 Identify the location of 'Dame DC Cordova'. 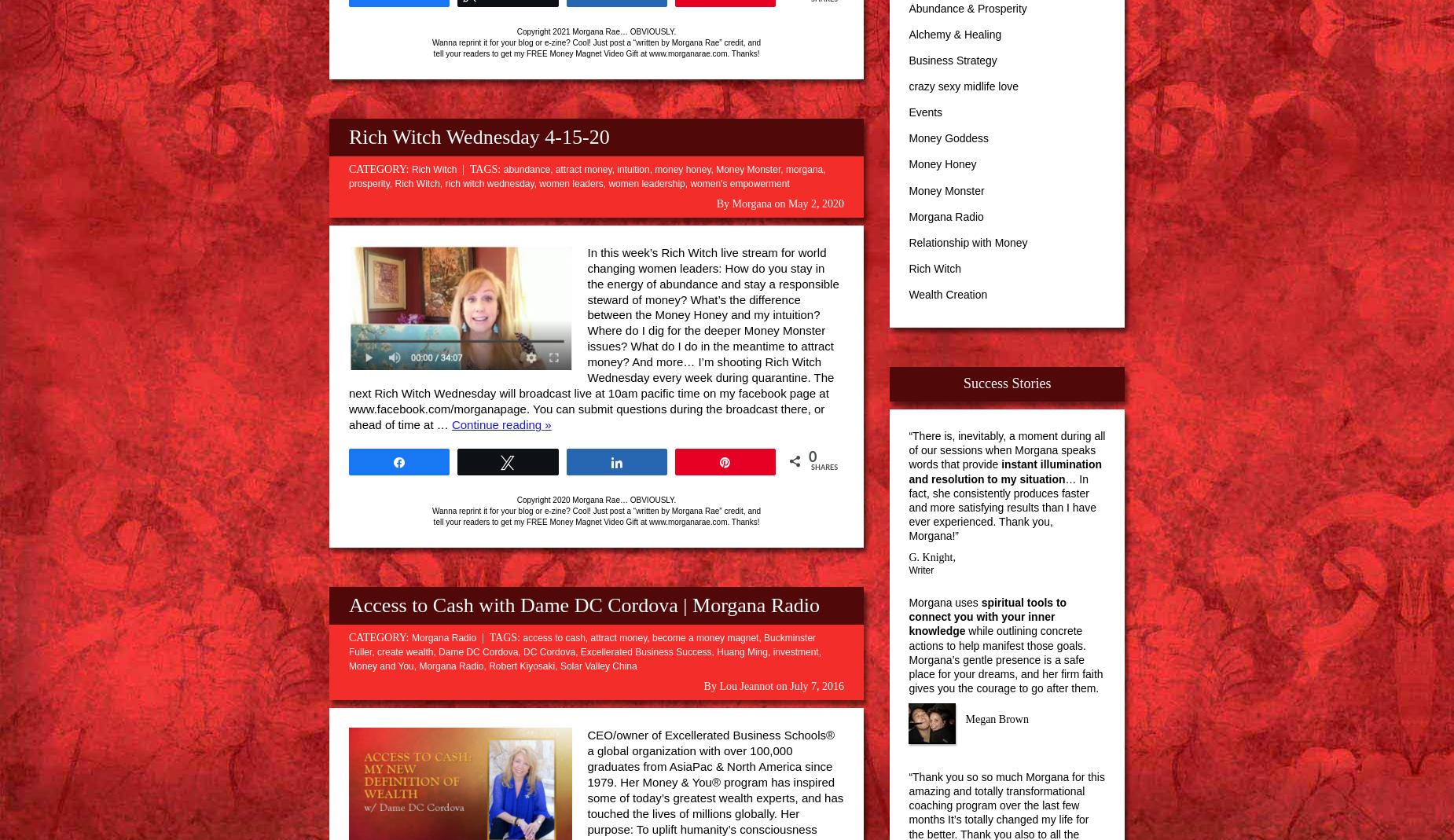
(478, 651).